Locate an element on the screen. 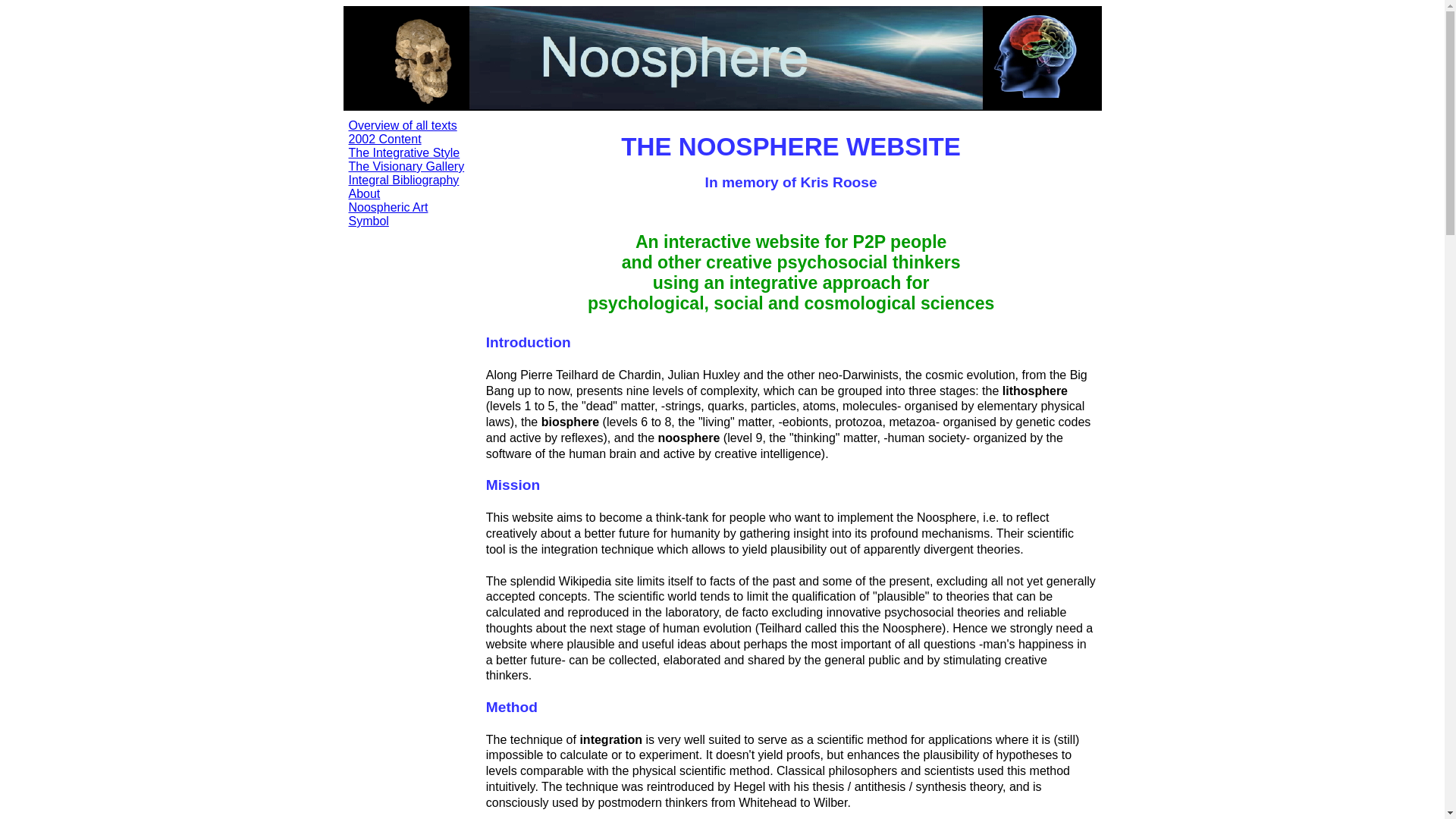 This screenshot has width=1456, height=819. 'Overview of all texts' is located at coordinates (403, 124).